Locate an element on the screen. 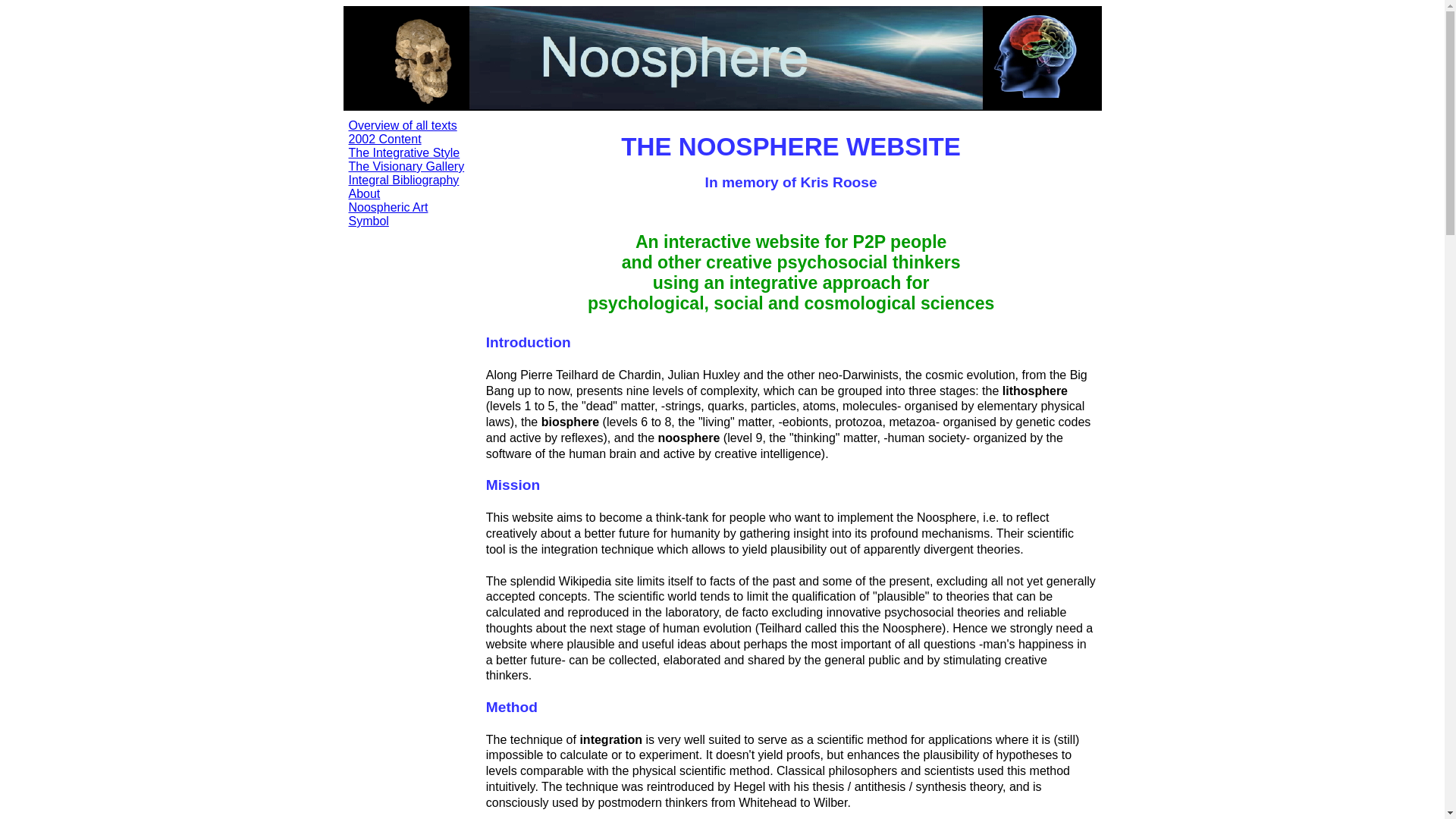 This screenshot has width=1456, height=819. 'Overview of all texts' is located at coordinates (403, 124).